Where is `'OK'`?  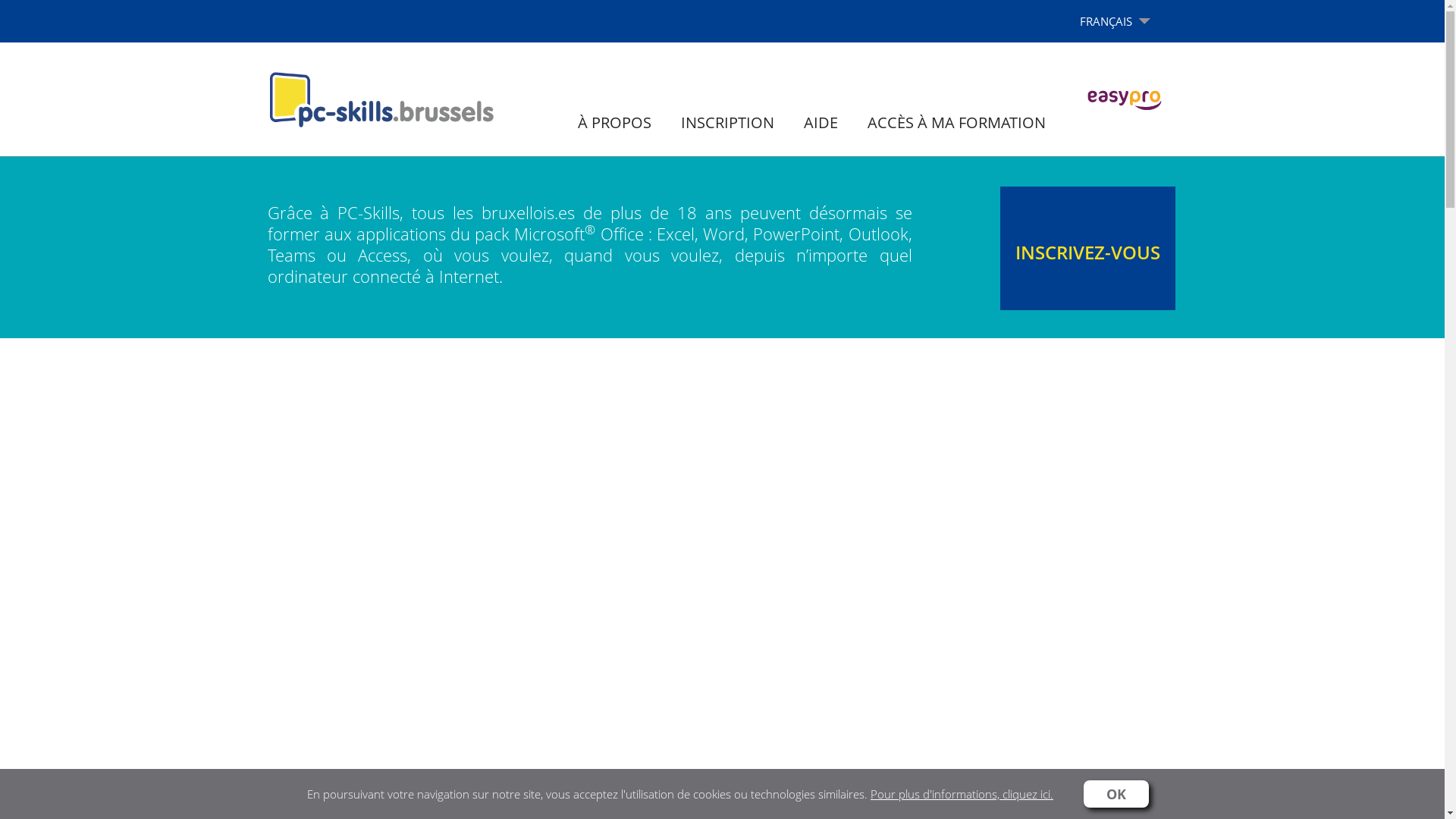
'OK' is located at coordinates (1116, 792).